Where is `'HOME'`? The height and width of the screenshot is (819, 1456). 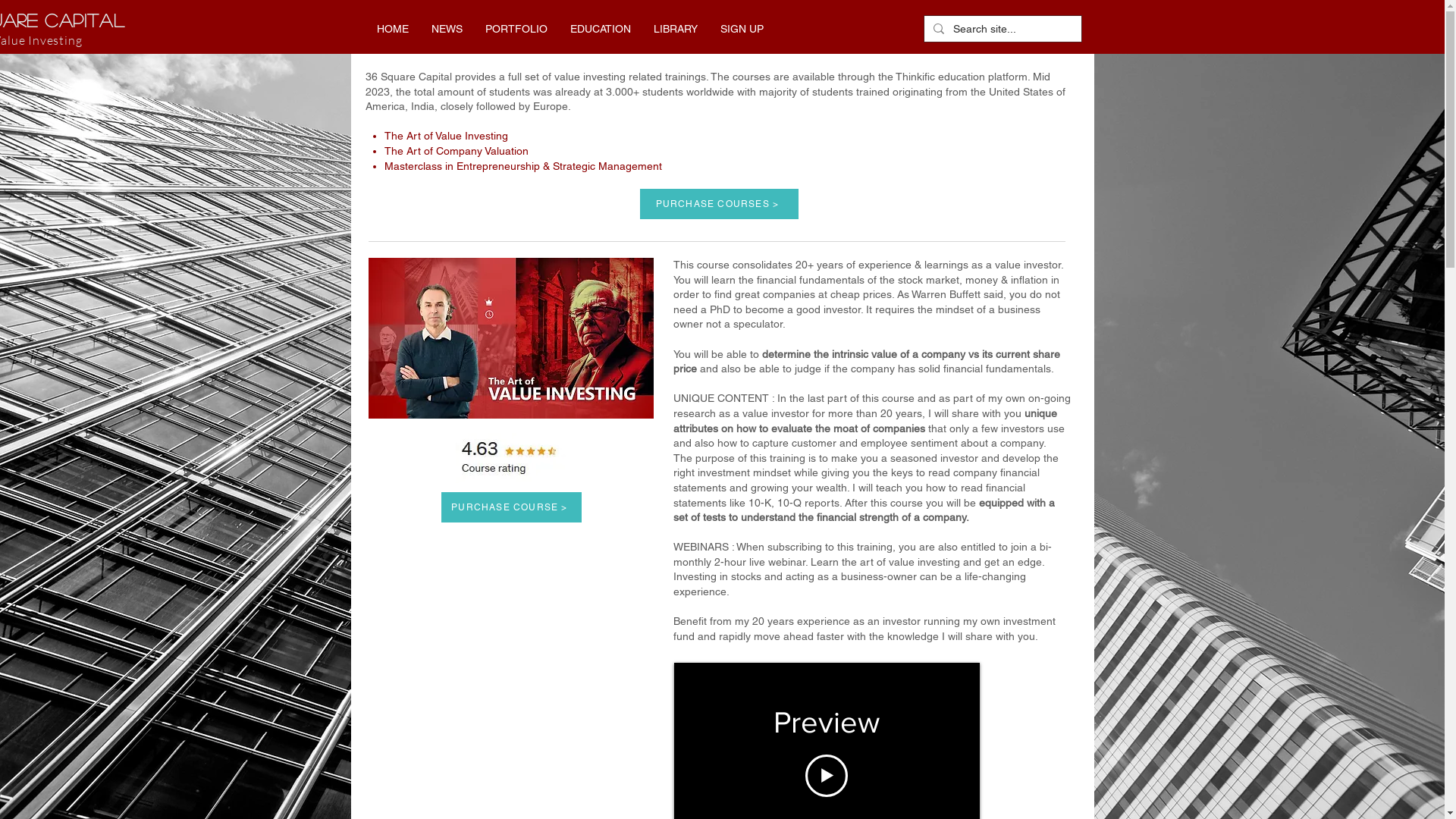
'HOME' is located at coordinates (365, 29).